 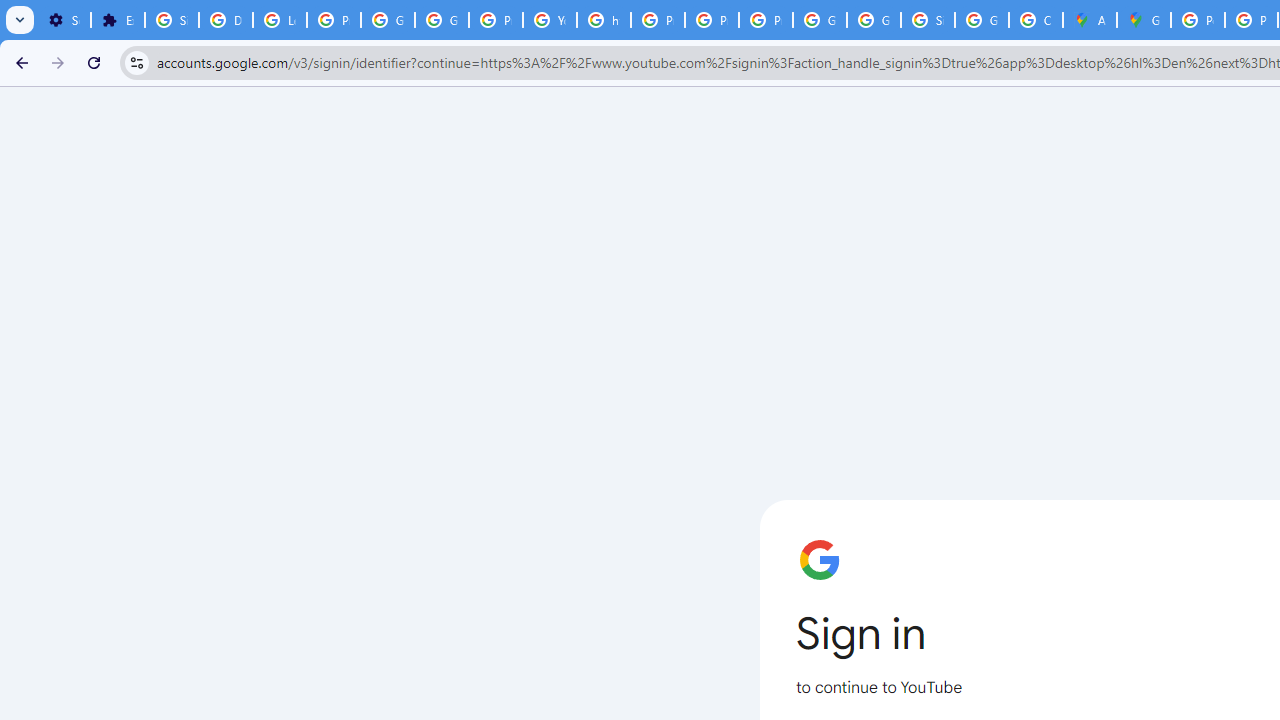 I want to click on 'YouTube', so click(x=550, y=20).